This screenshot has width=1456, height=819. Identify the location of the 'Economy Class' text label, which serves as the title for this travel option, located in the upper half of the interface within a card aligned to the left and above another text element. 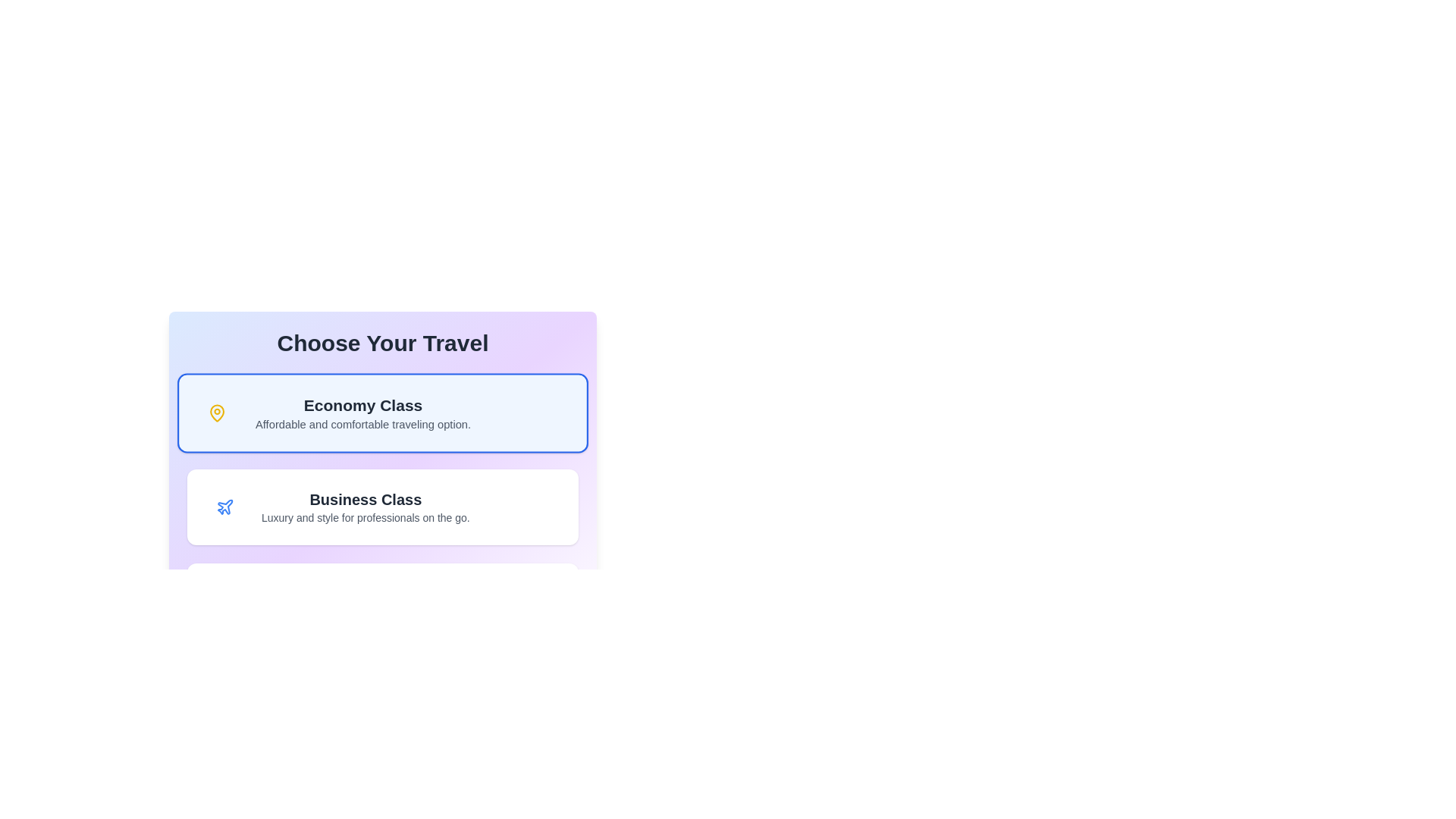
(362, 404).